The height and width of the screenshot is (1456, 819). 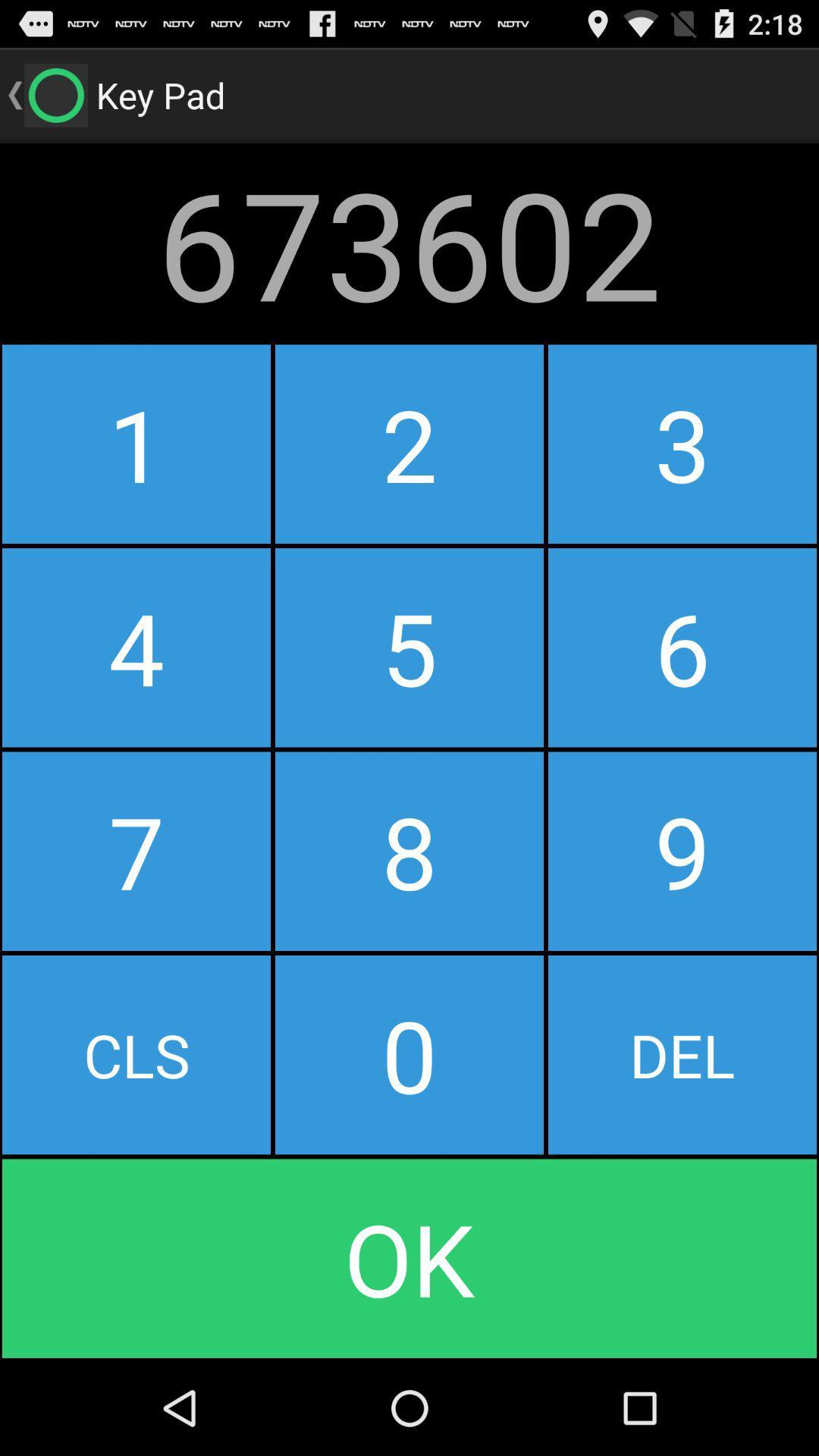 I want to click on the button next to the 8 item, so click(x=136, y=1054).